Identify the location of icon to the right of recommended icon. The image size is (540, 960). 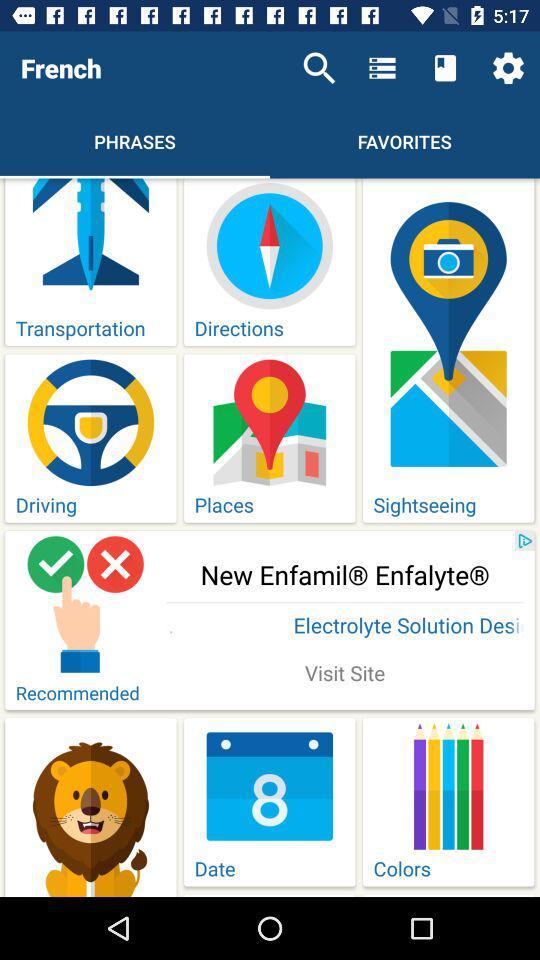
(344, 675).